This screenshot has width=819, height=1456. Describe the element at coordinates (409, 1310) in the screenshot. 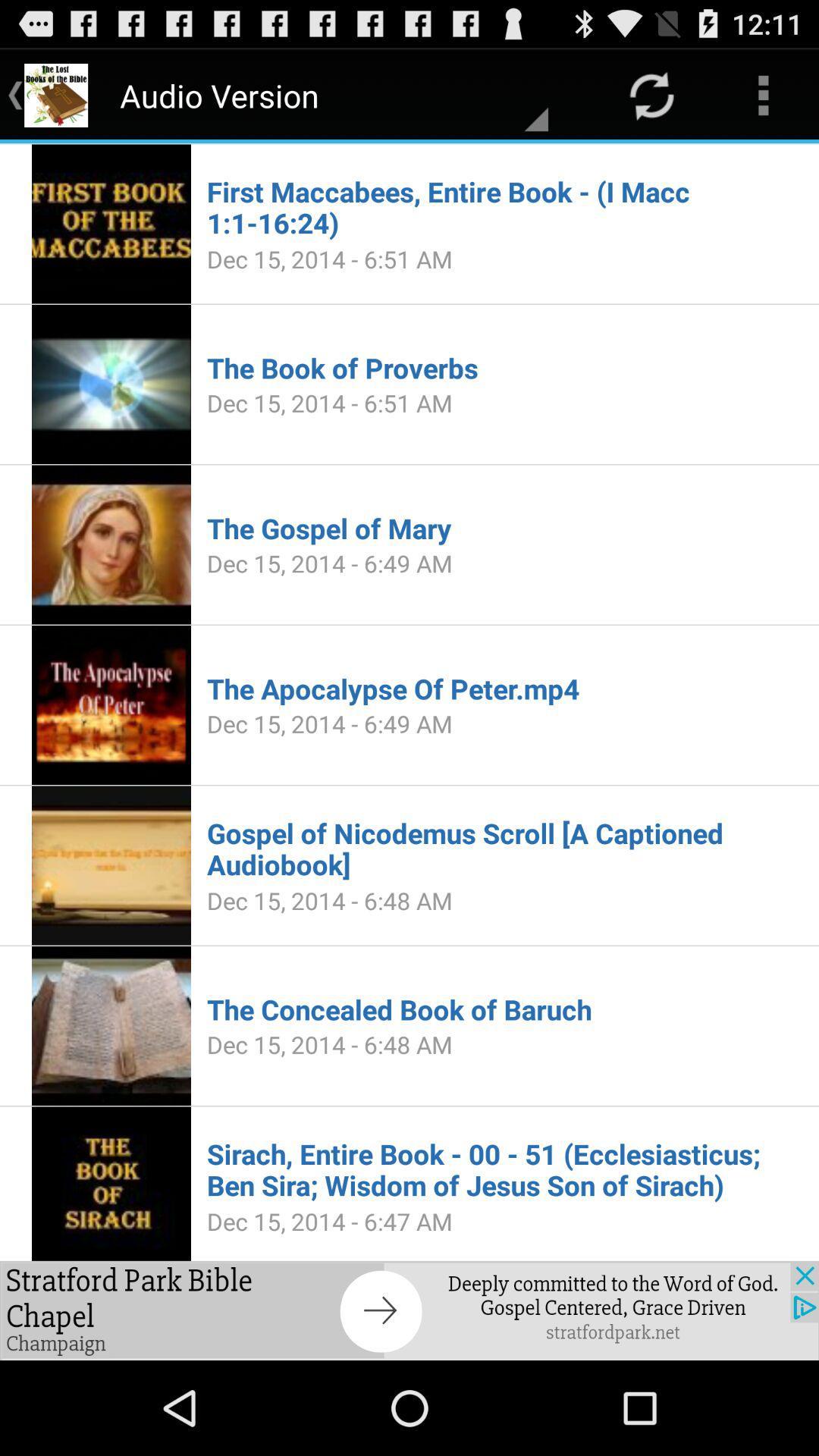

I see `this is add banner in app` at that location.